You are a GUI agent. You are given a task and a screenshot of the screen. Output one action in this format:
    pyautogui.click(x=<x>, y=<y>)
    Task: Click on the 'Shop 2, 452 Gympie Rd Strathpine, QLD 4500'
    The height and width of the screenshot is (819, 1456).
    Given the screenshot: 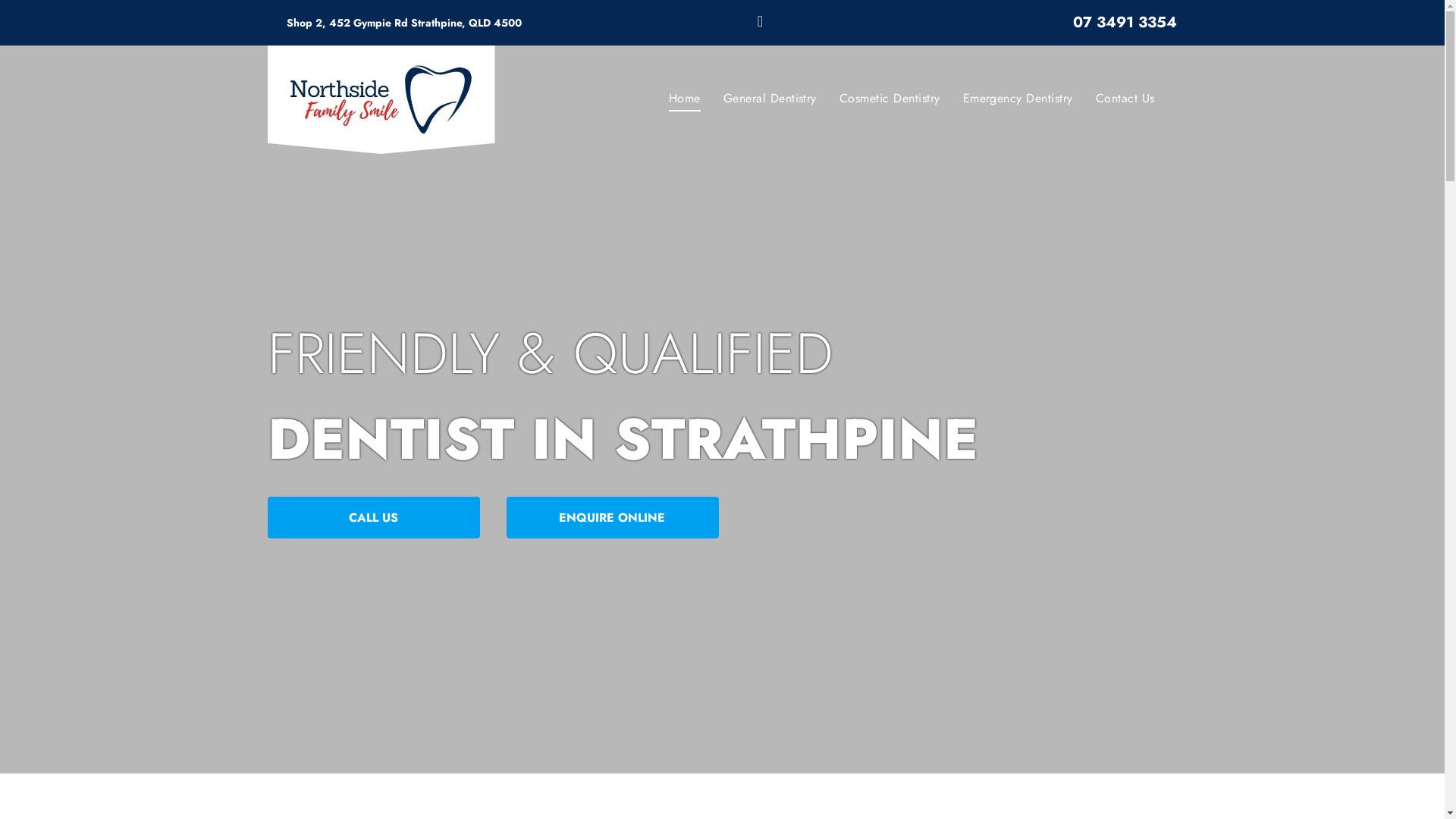 What is the action you would take?
    pyautogui.click(x=403, y=23)
    